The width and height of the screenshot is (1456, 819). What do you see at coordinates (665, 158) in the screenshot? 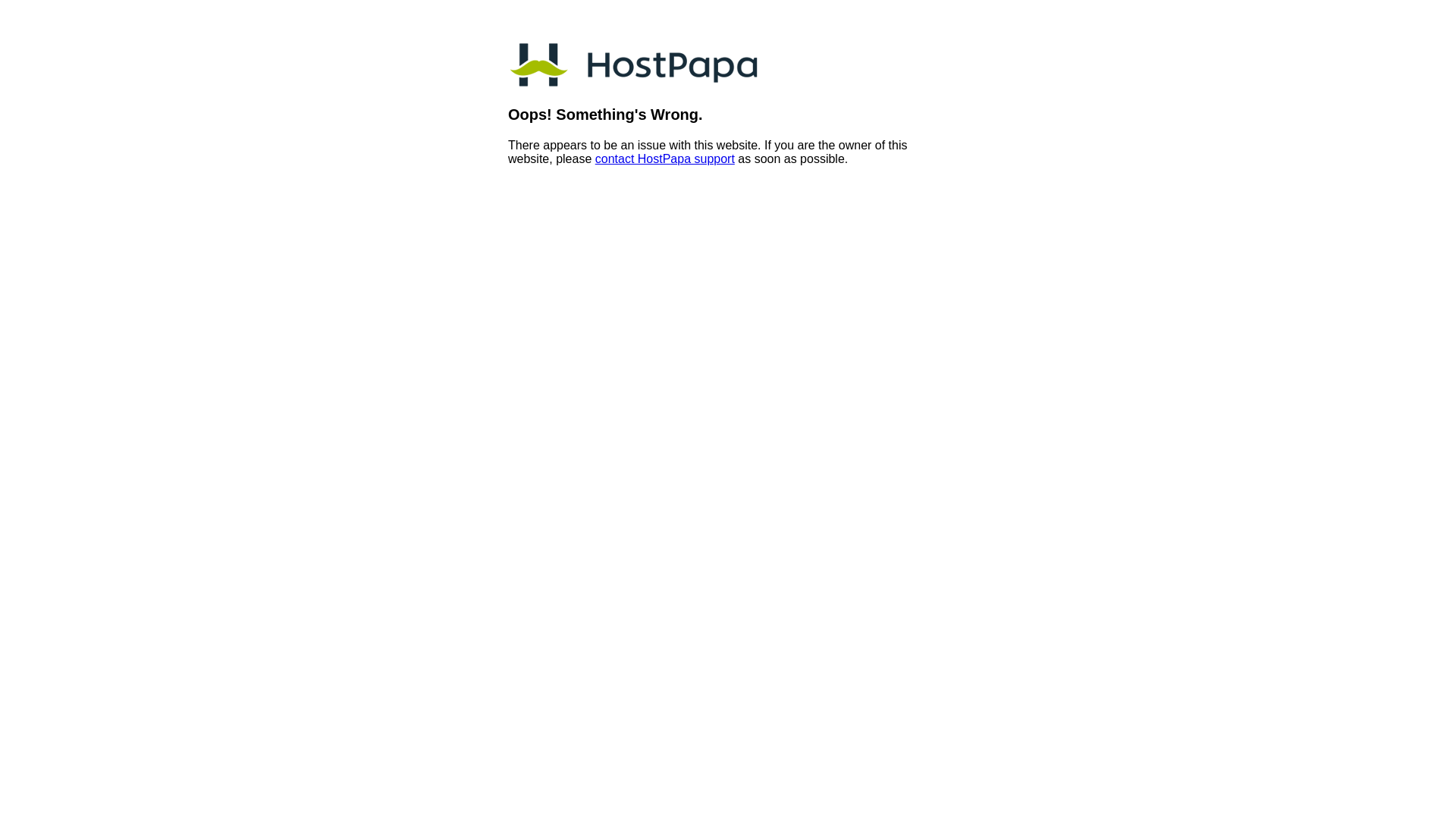
I see `'contact HostPapa support'` at bounding box center [665, 158].